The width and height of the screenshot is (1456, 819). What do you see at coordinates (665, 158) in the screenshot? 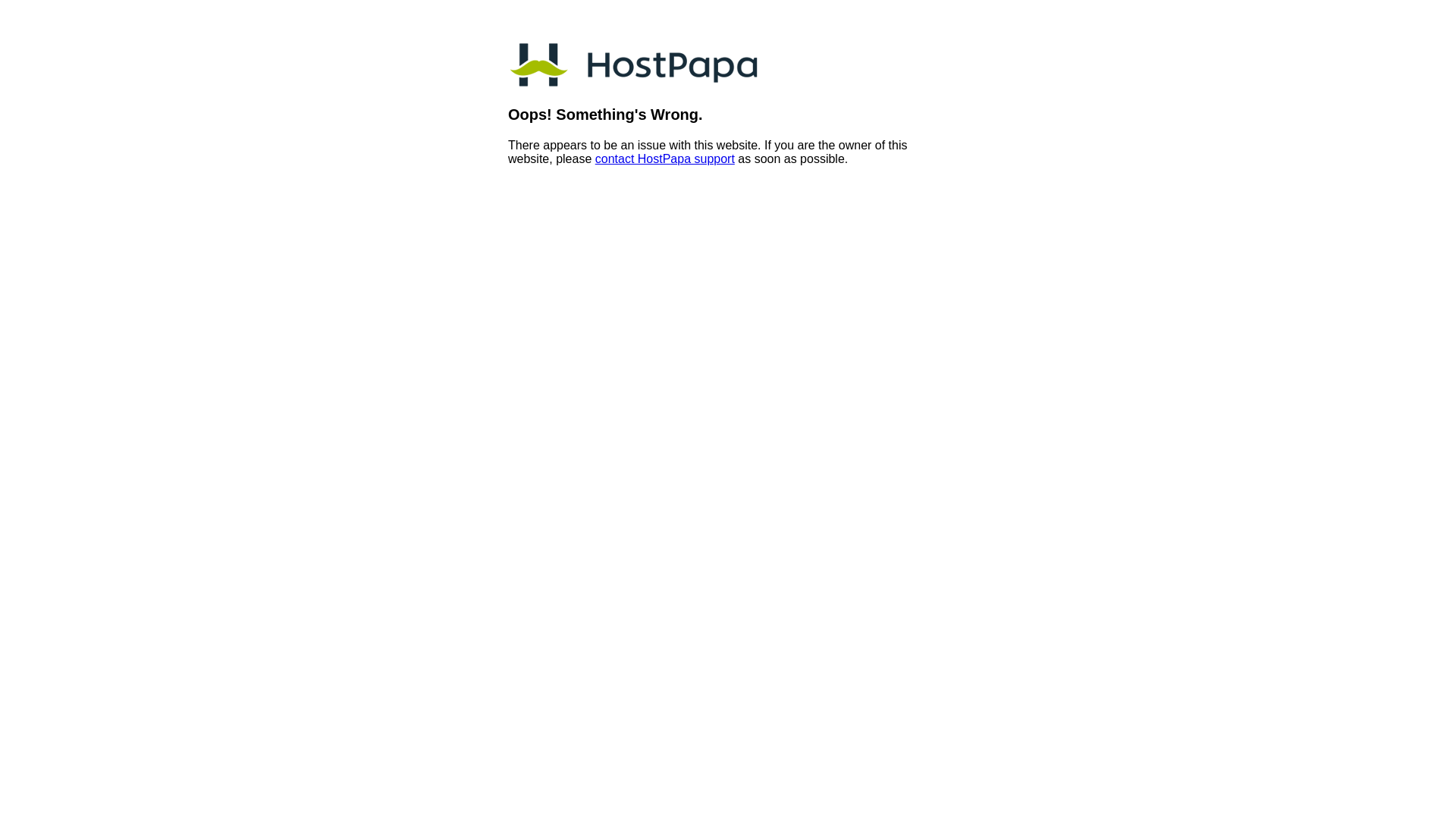
I see `'contact HostPapa support'` at bounding box center [665, 158].